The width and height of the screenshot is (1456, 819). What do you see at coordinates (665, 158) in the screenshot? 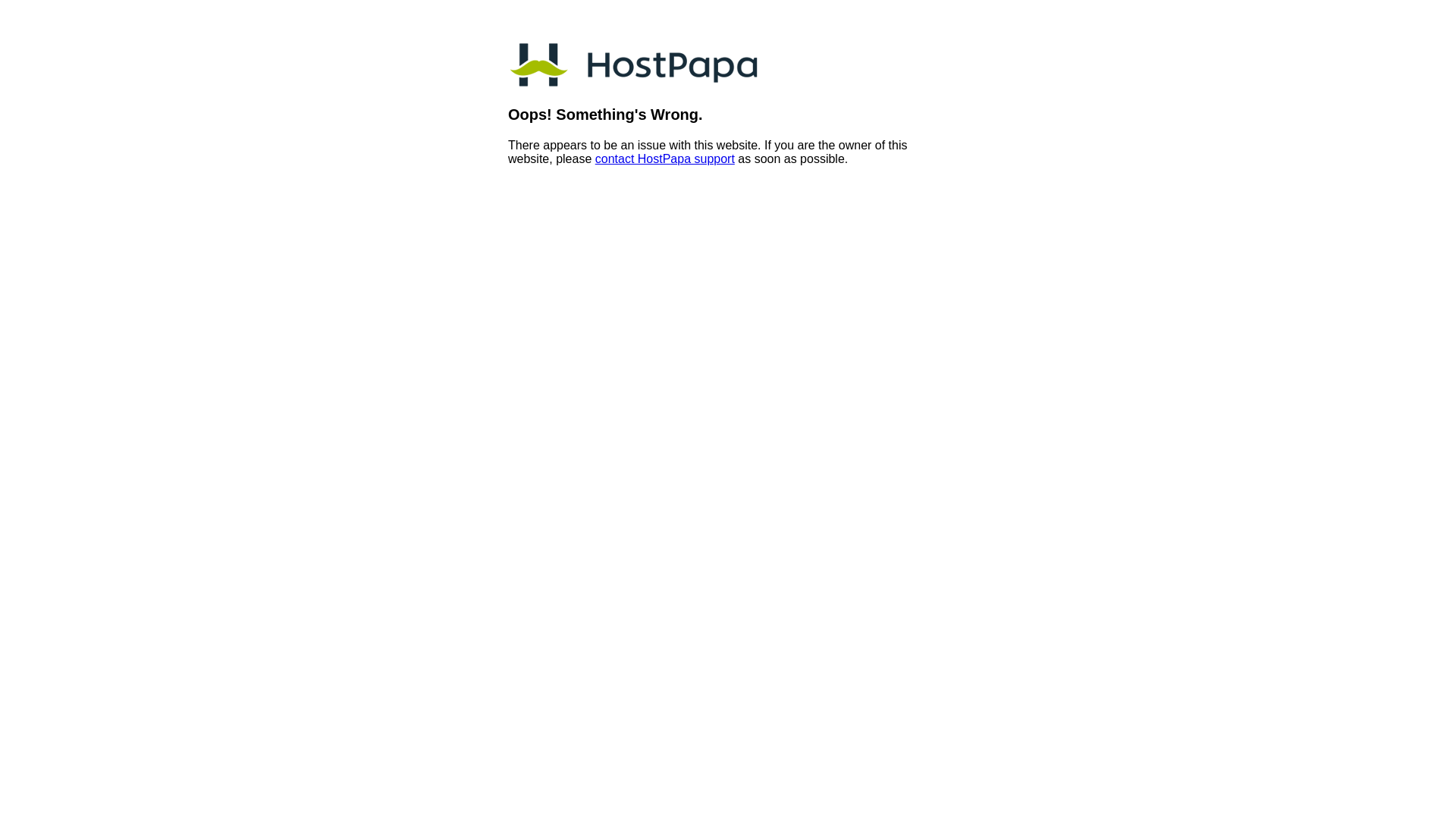
I see `'contact HostPapa support'` at bounding box center [665, 158].